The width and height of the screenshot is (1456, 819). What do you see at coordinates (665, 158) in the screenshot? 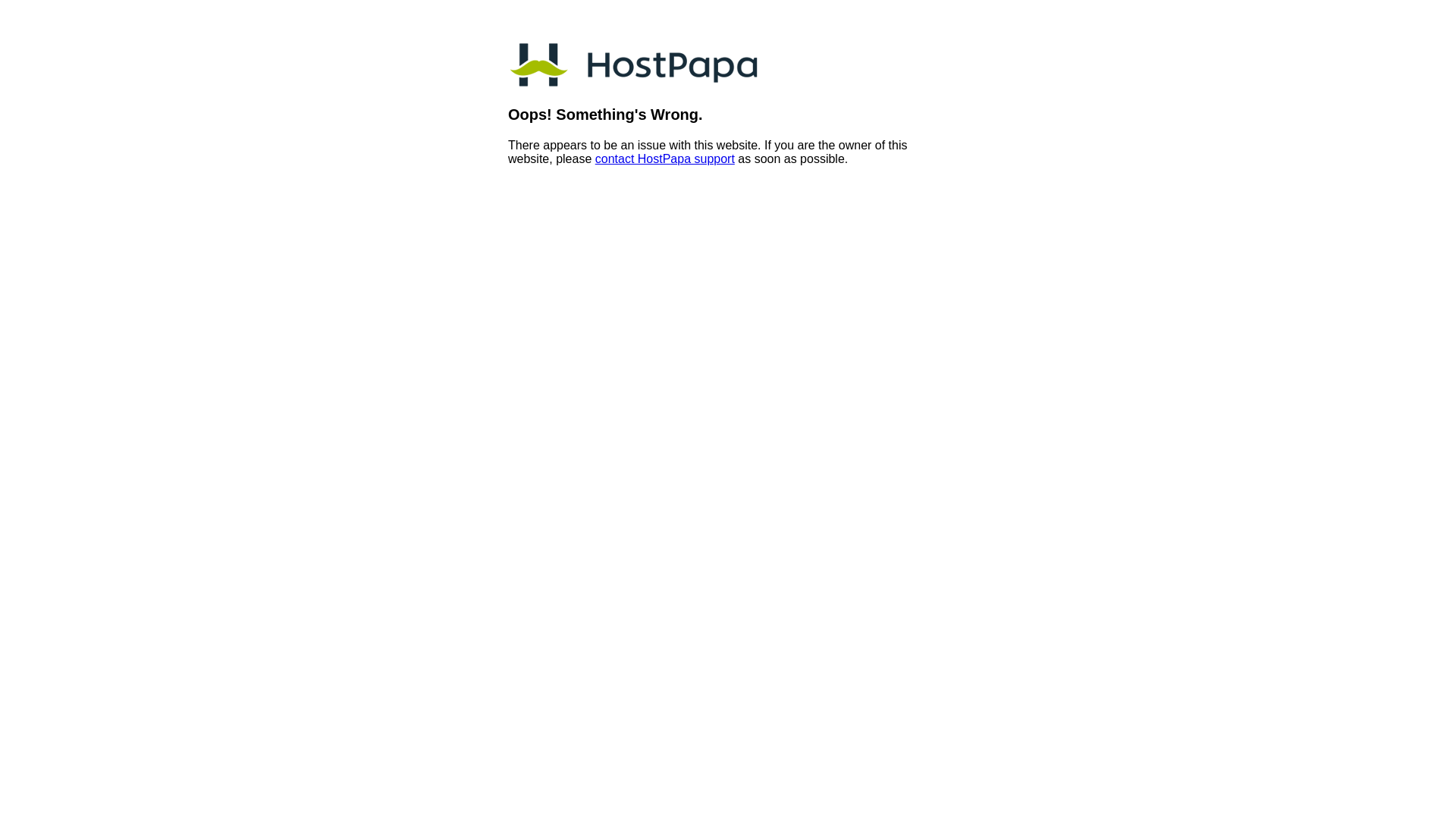
I see `'contact HostPapa support'` at bounding box center [665, 158].